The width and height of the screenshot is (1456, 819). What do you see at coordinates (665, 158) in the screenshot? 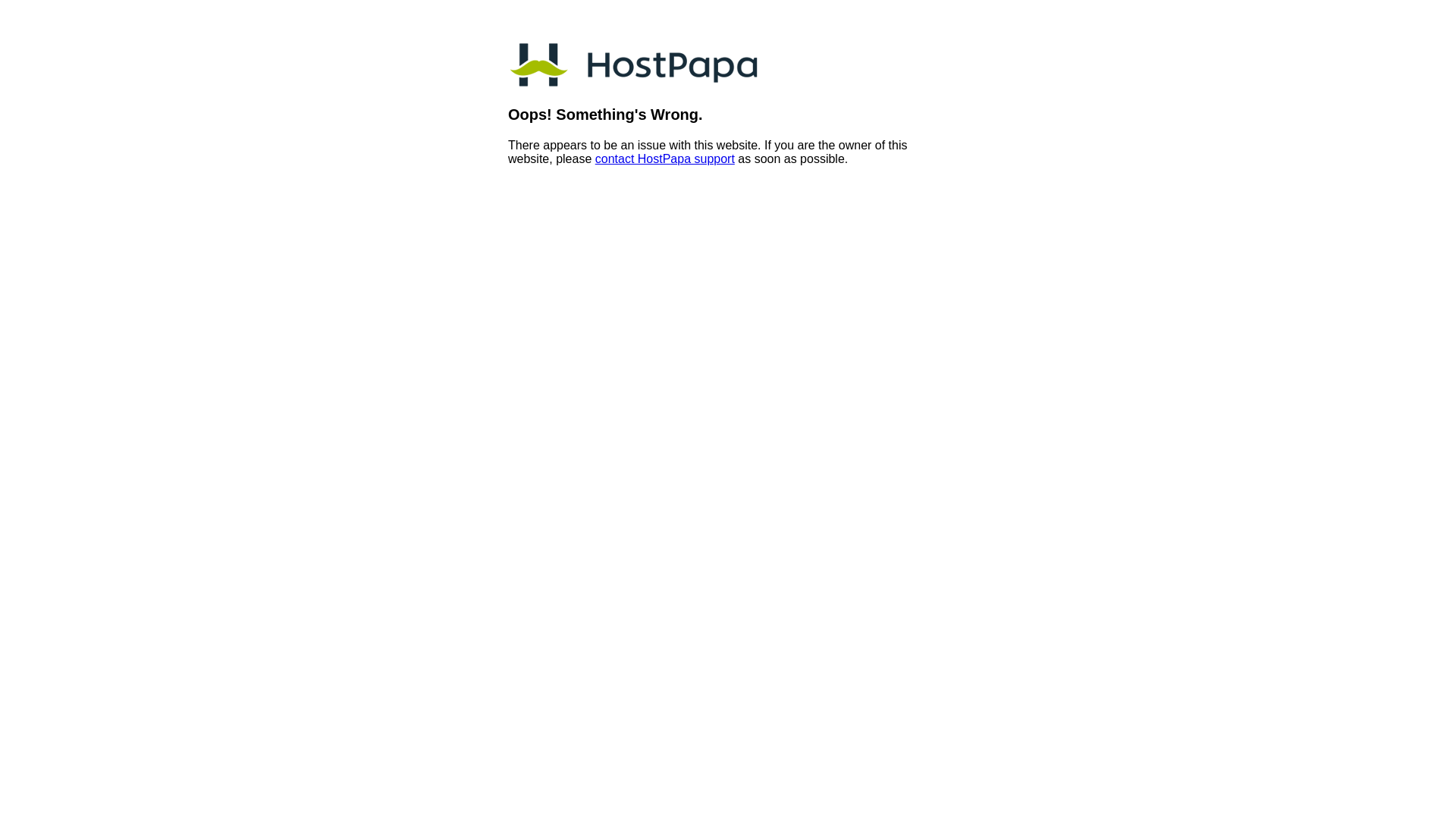
I see `'contact HostPapa support'` at bounding box center [665, 158].